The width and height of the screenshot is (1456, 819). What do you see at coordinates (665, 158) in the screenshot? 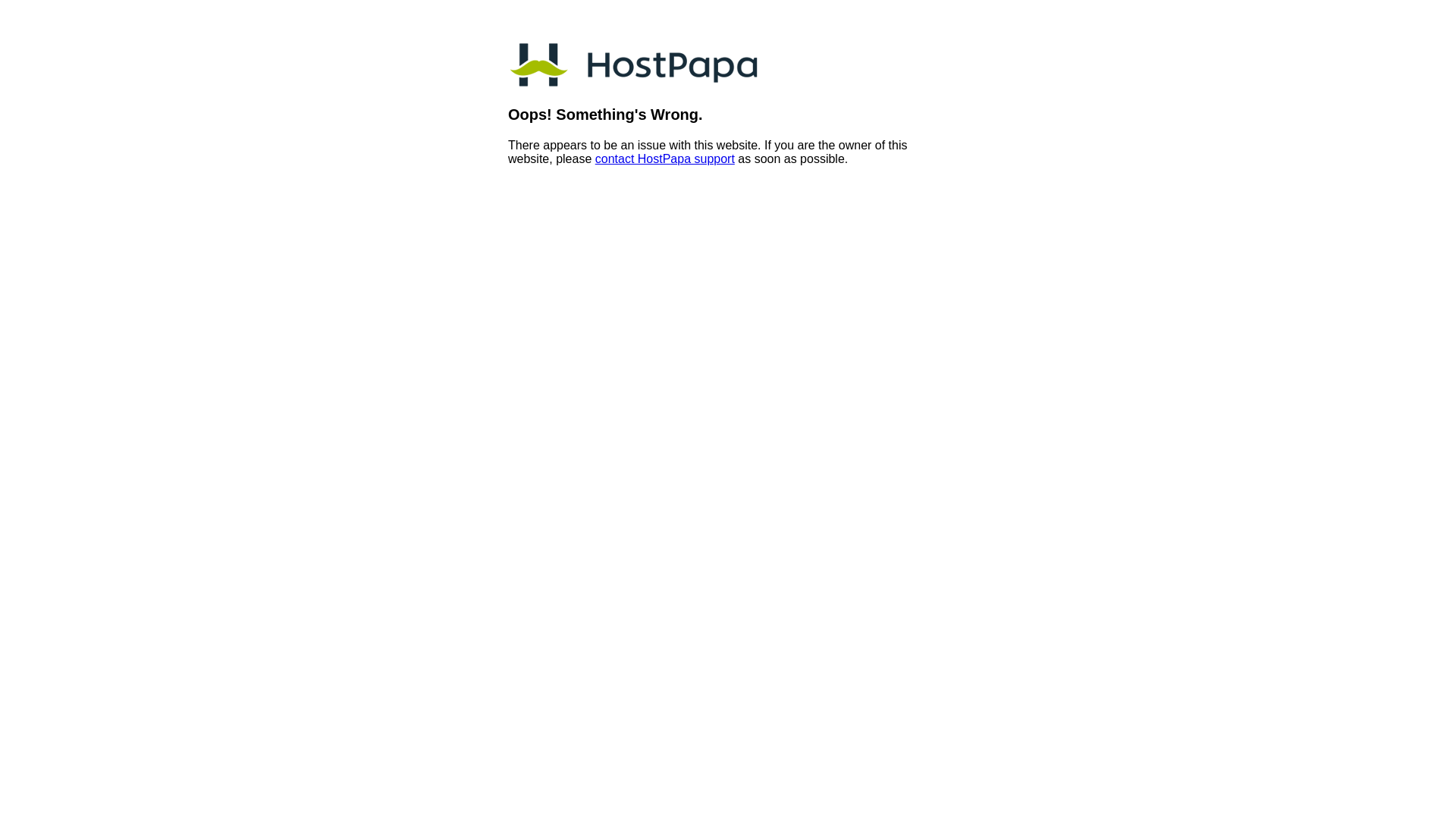
I see `'contact HostPapa support'` at bounding box center [665, 158].